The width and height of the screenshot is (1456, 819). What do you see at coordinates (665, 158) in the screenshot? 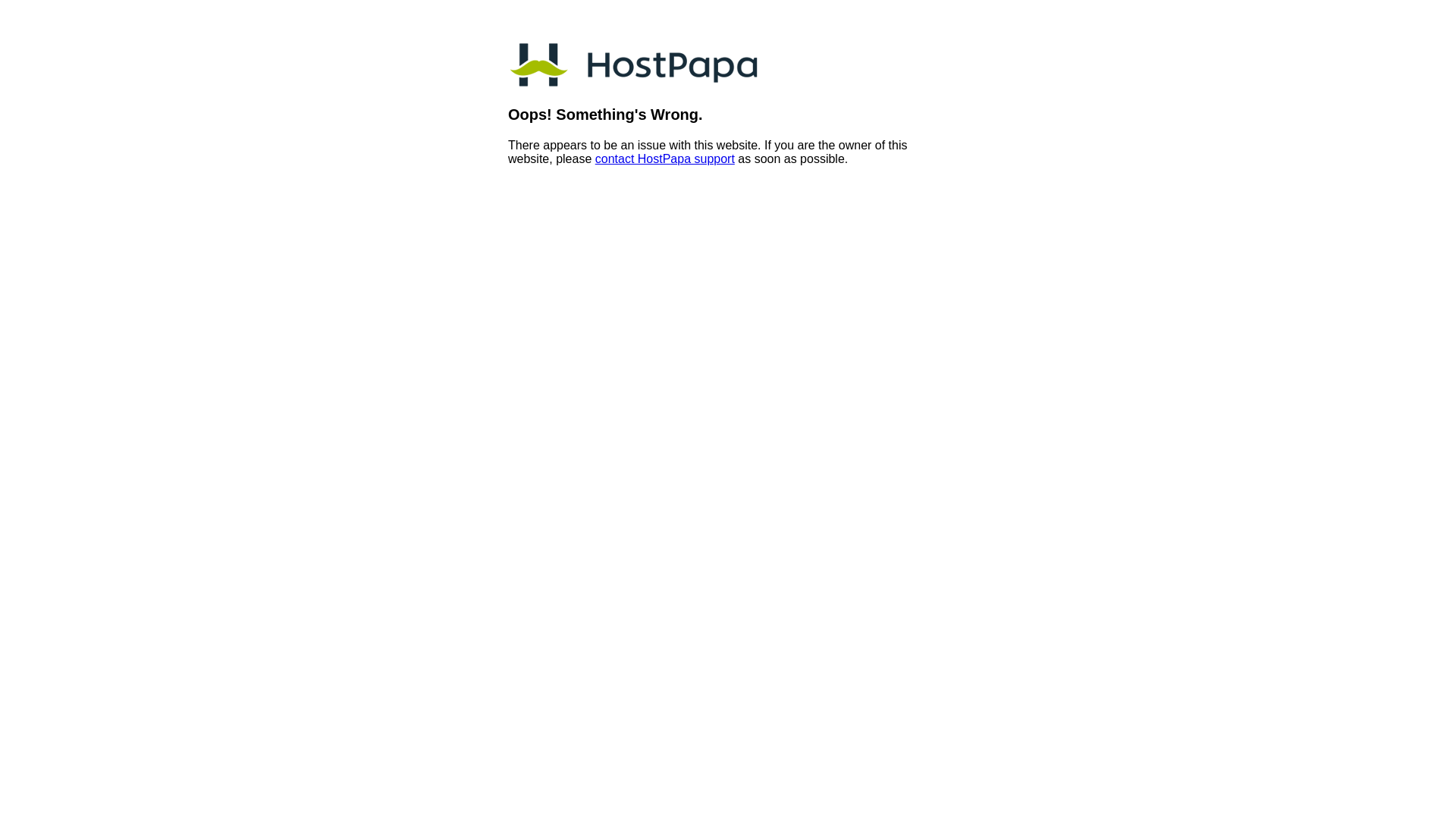
I see `'contact HostPapa support'` at bounding box center [665, 158].